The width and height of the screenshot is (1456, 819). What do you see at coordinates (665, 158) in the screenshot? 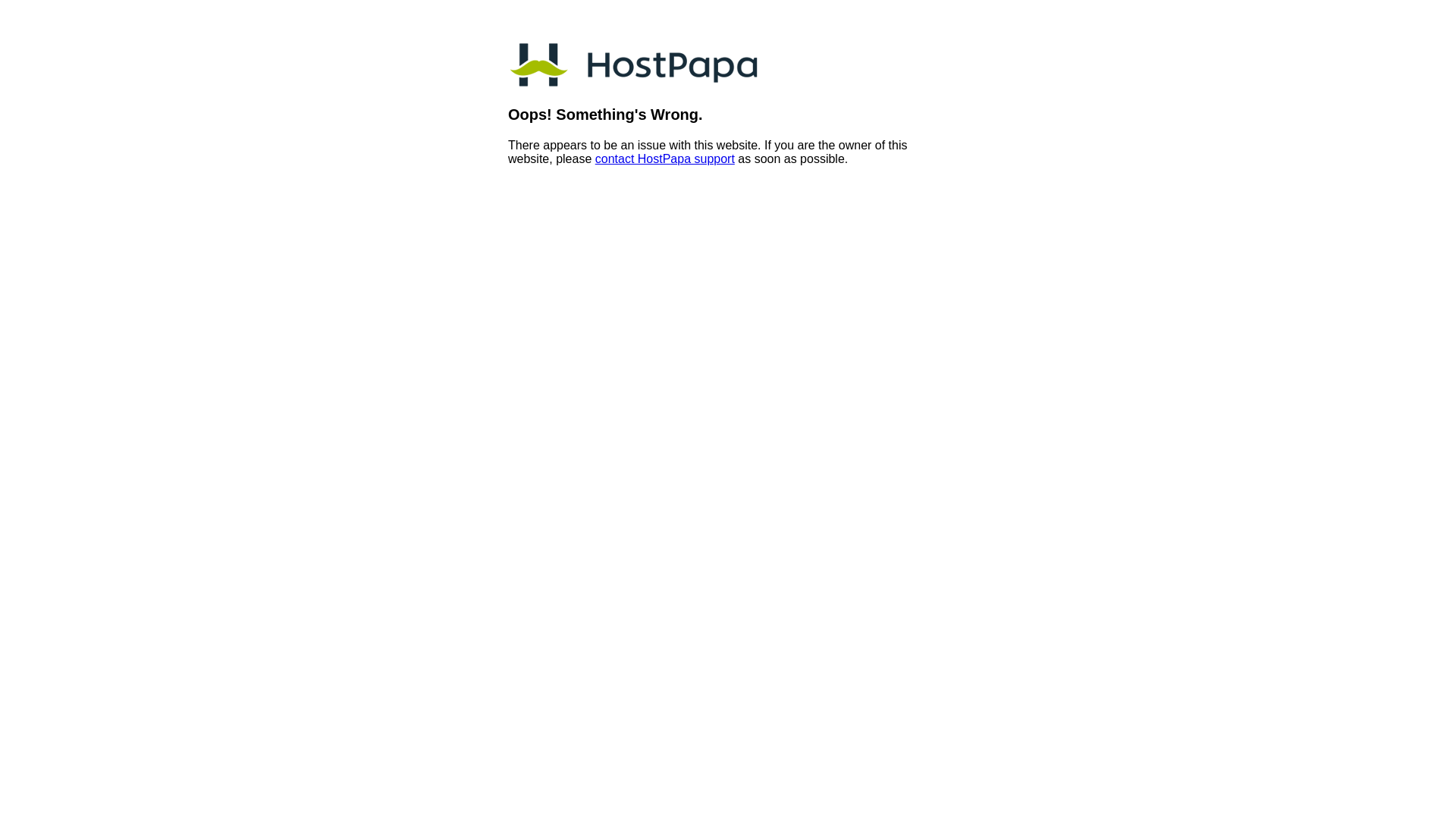
I see `'contact HostPapa support'` at bounding box center [665, 158].